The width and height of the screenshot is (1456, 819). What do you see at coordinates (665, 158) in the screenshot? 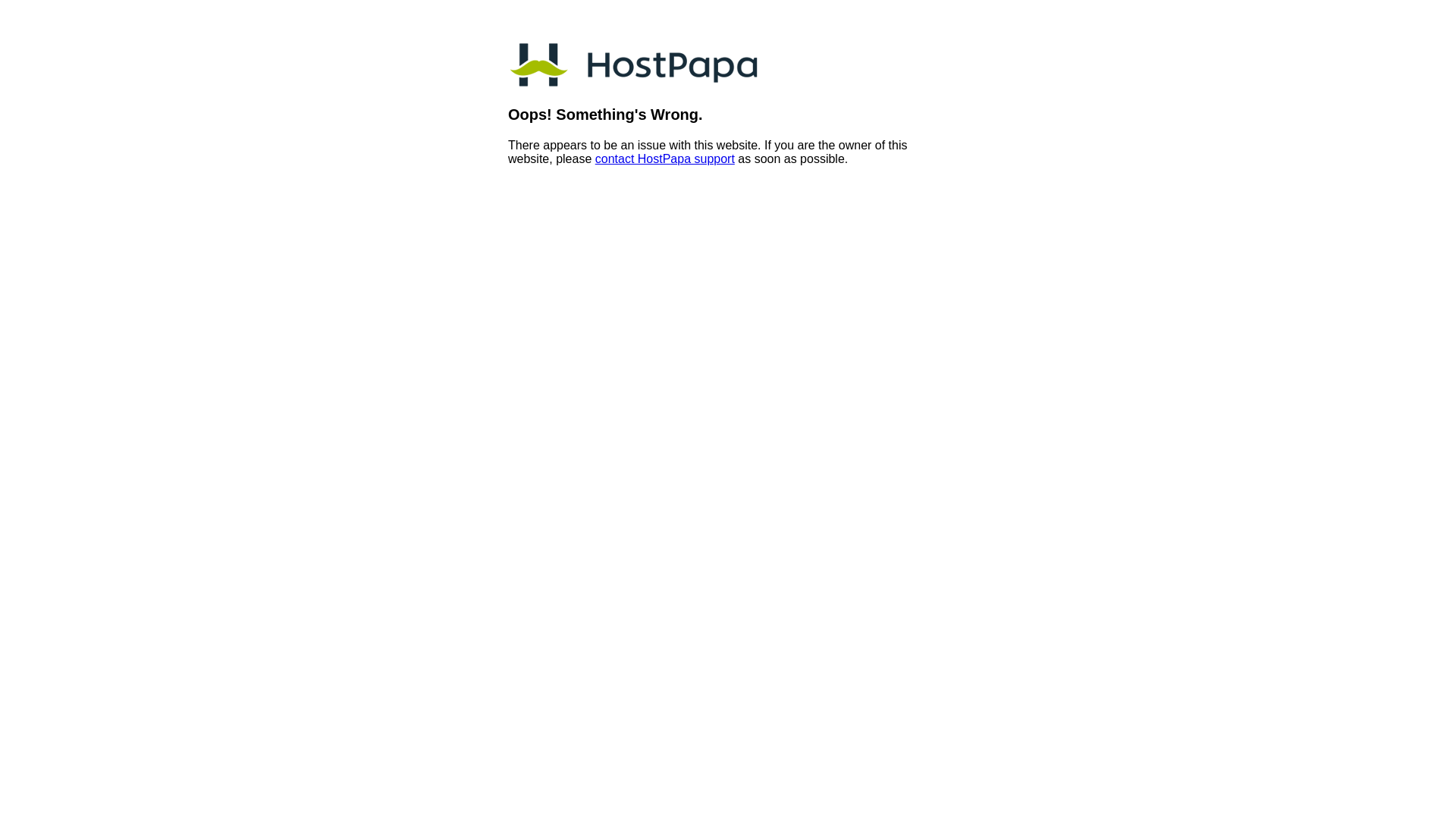
I see `'contact HostPapa support'` at bounding box center [665, 158].